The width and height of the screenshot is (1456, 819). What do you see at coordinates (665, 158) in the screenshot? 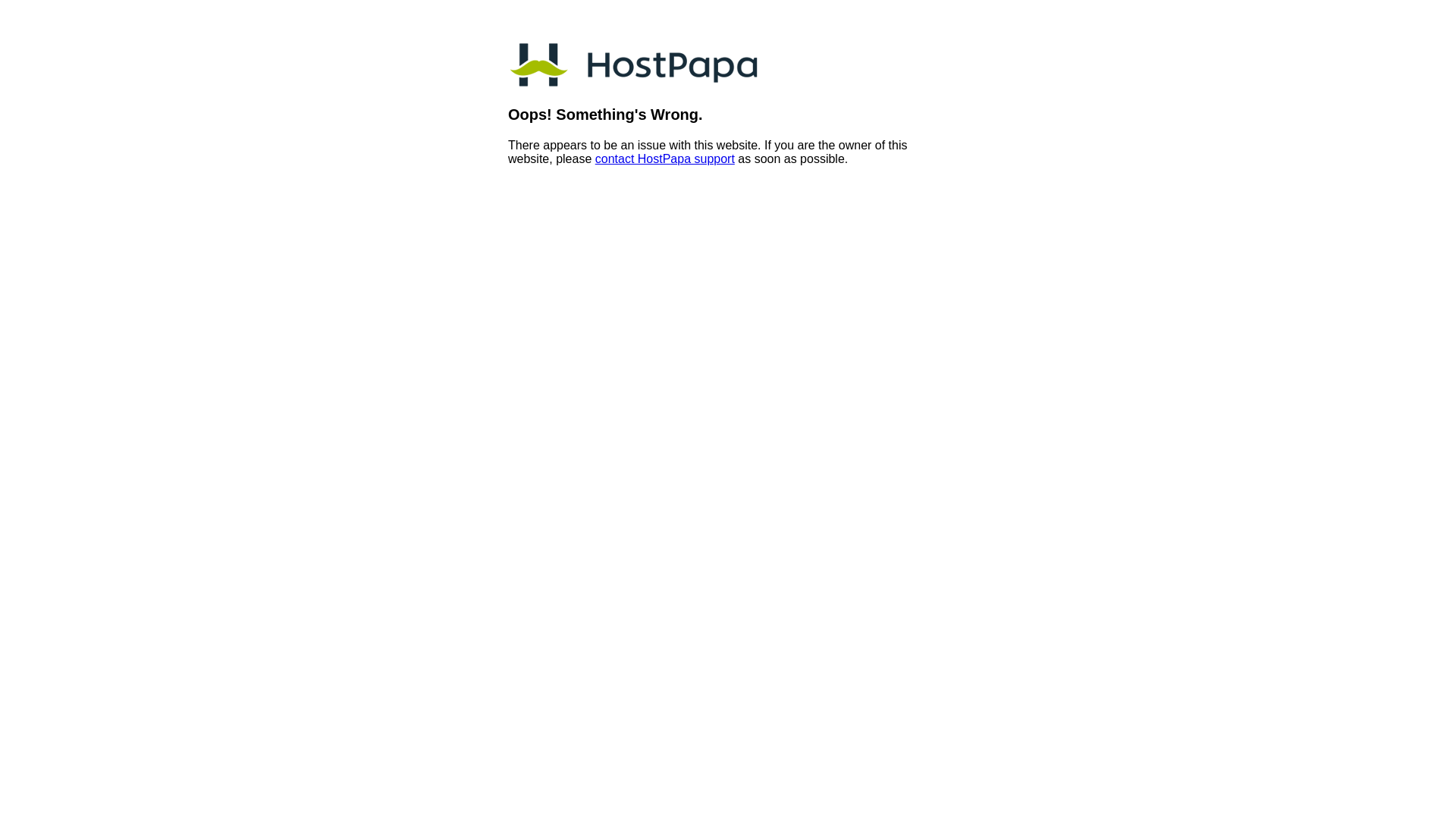
I see `'contact HostPapa support'` at bounding box center [665, 158].